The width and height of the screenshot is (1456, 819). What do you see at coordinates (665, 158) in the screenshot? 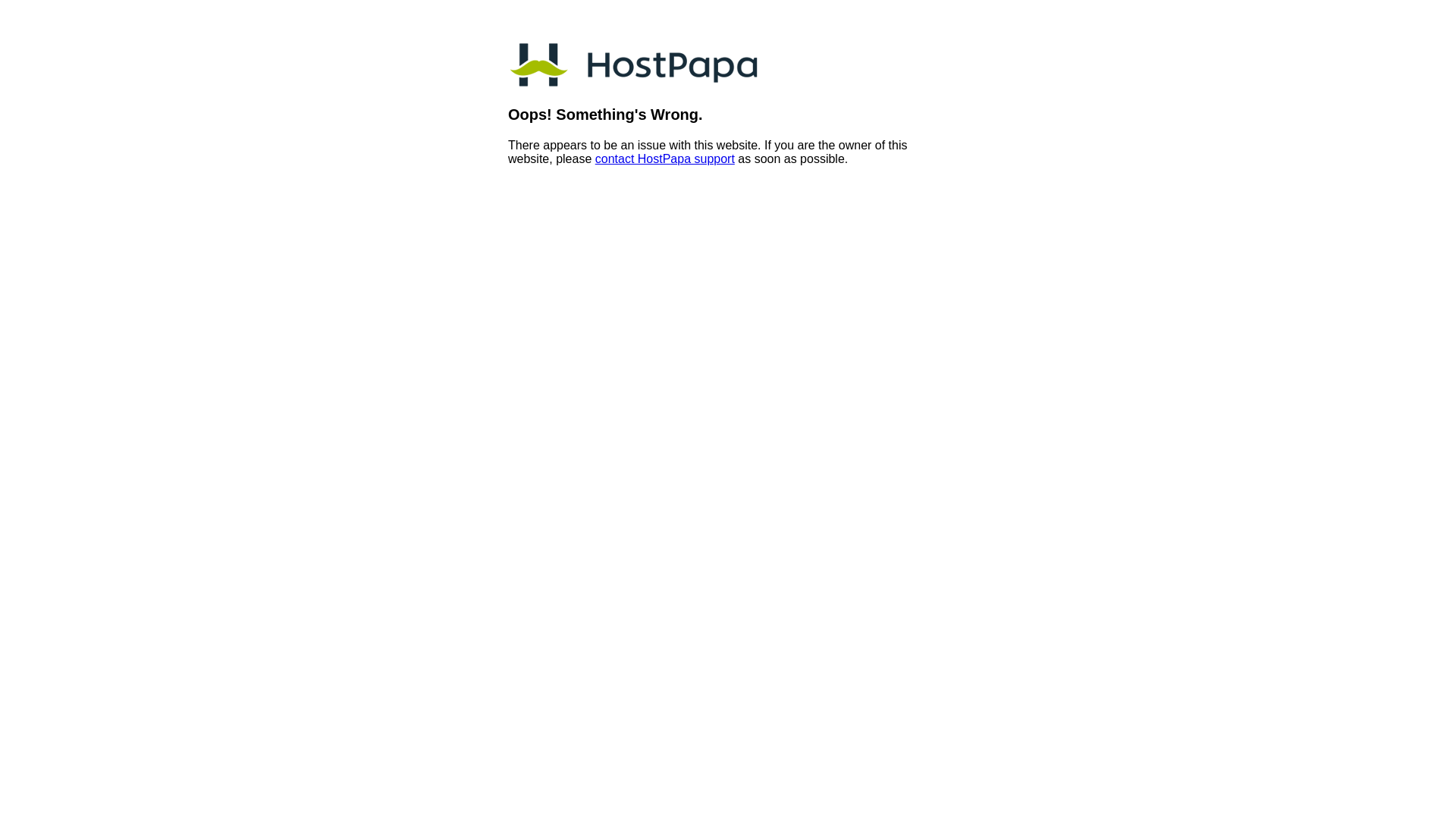
I see `'contact HostPapa support'` at bounding box center [665, 158].